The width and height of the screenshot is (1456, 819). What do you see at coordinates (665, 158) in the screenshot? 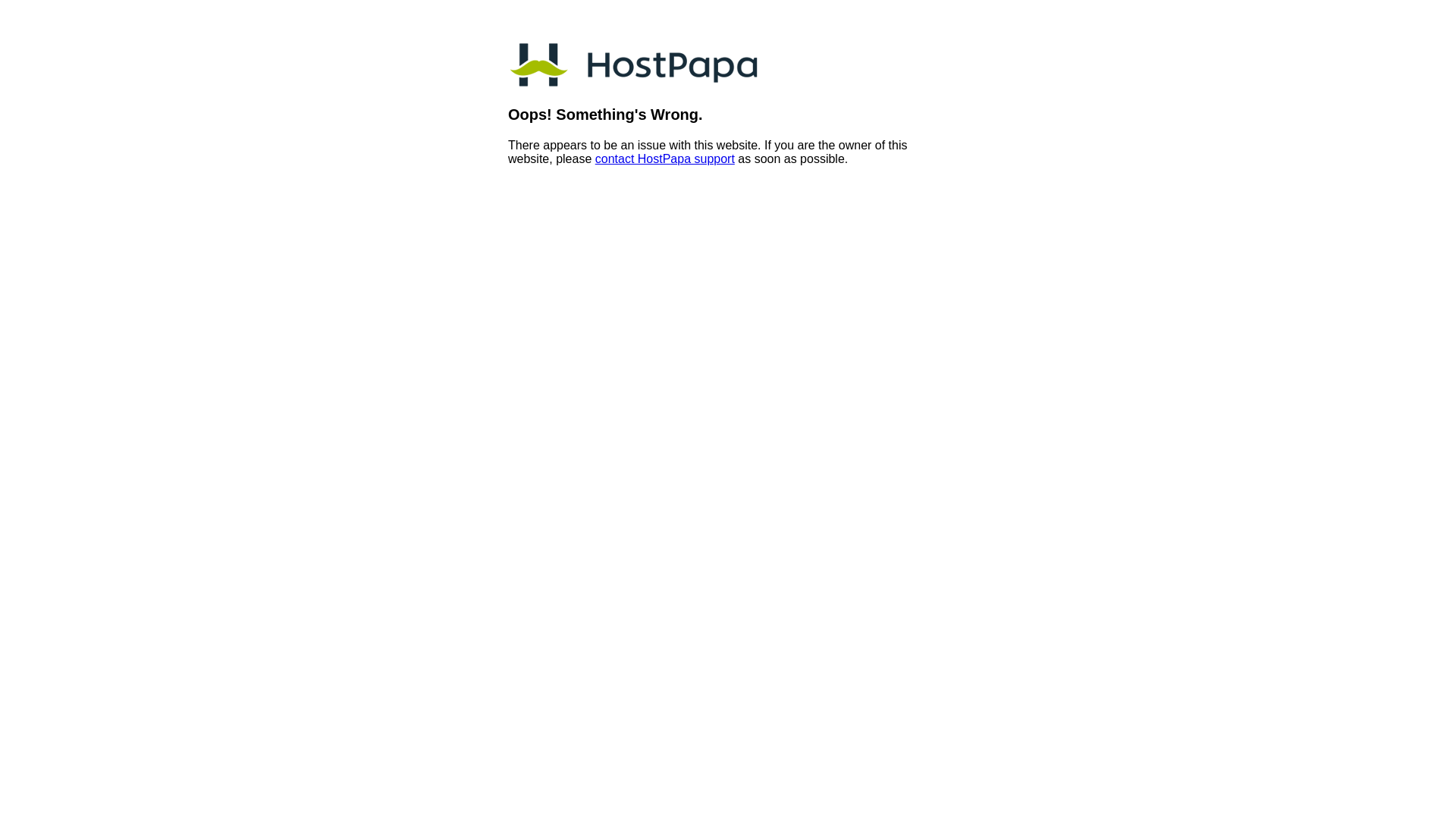
I see `'contact HostPapa support'` at bounding box center [665, 158].